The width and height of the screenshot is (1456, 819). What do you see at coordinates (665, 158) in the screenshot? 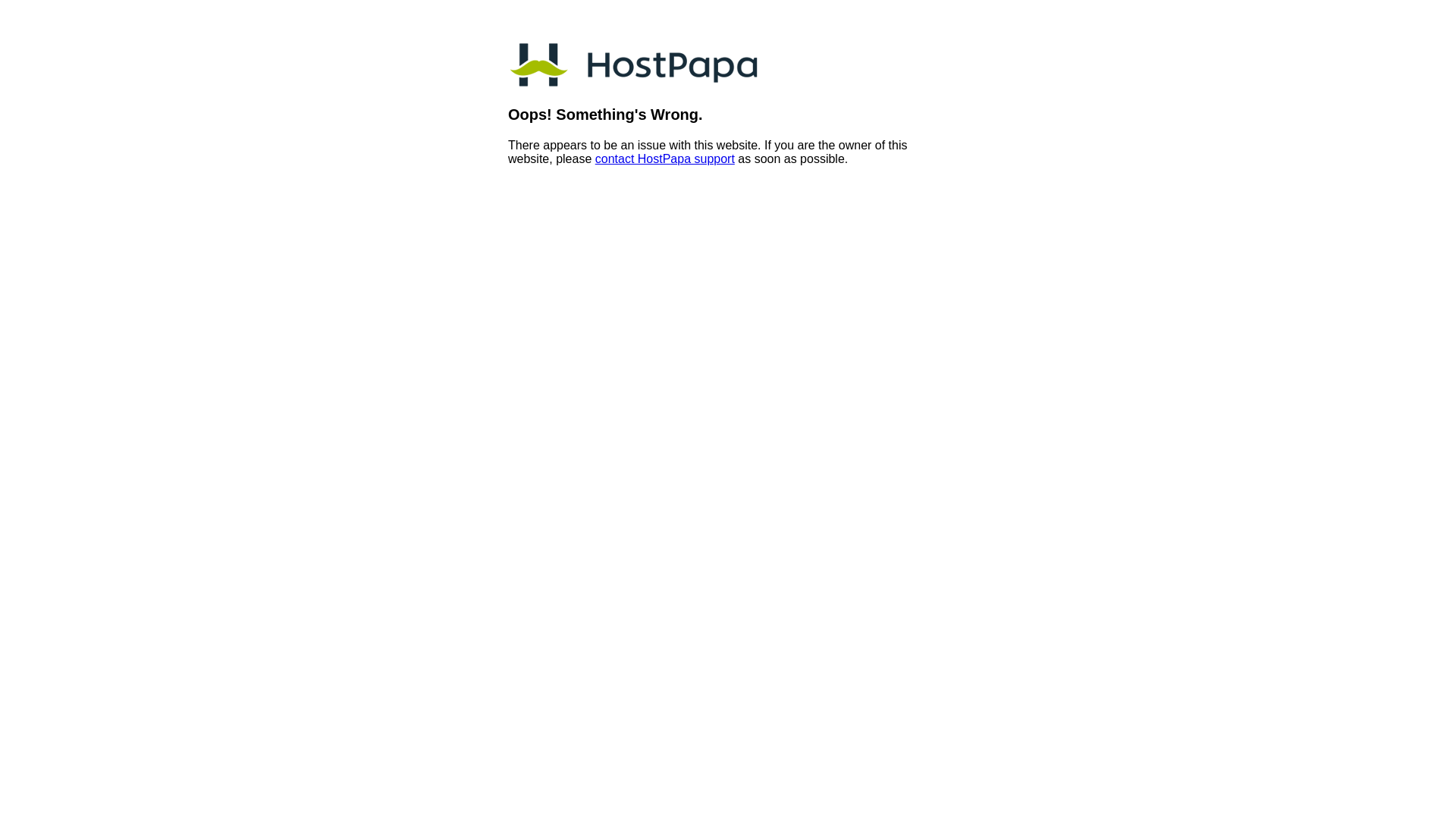
I see `'contact HostPapa support'` at bounding box center [665, 158].